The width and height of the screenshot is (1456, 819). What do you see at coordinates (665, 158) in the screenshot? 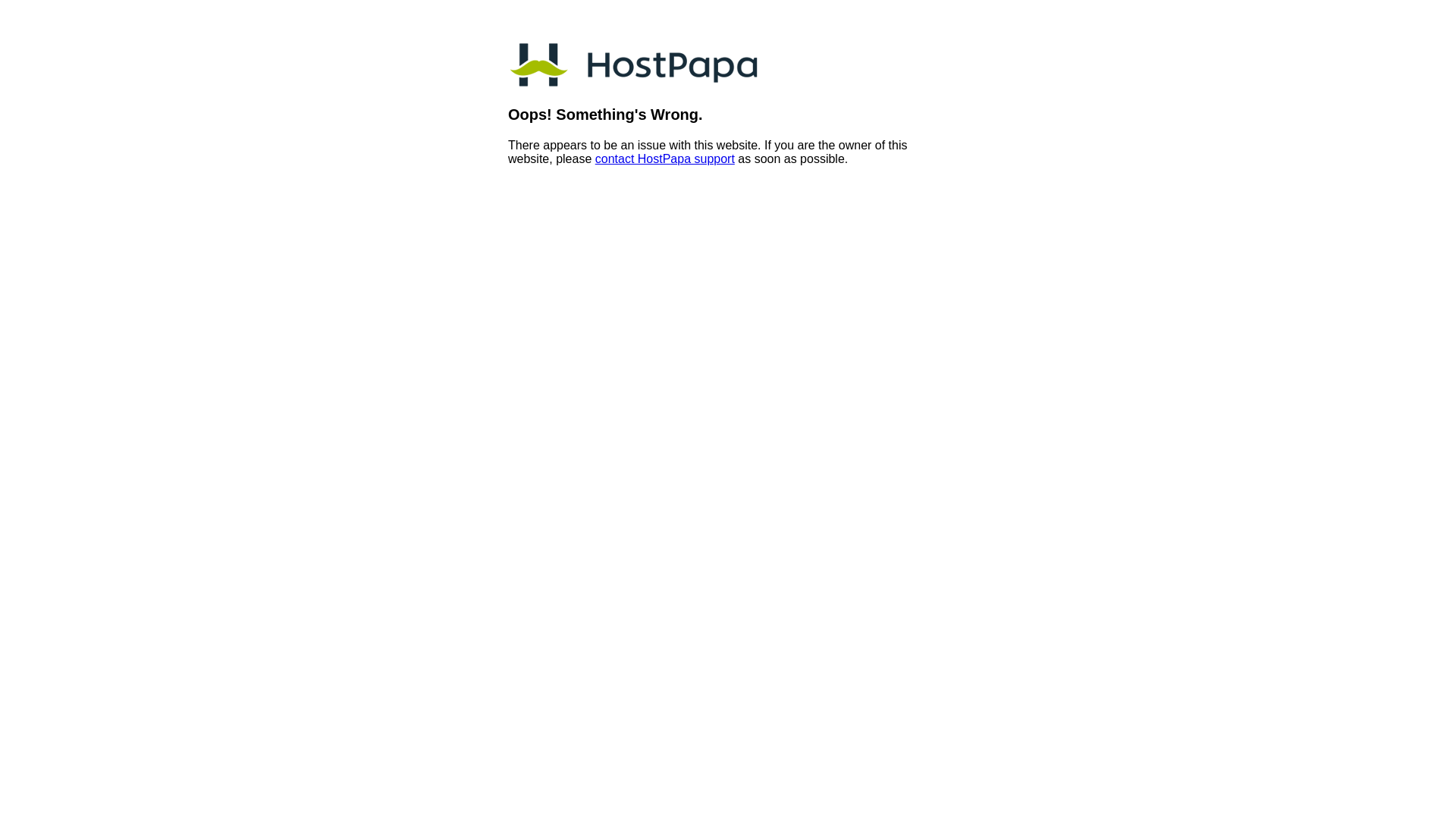
I see `'contact HostPapa support'` at bounding box center [665, 158].